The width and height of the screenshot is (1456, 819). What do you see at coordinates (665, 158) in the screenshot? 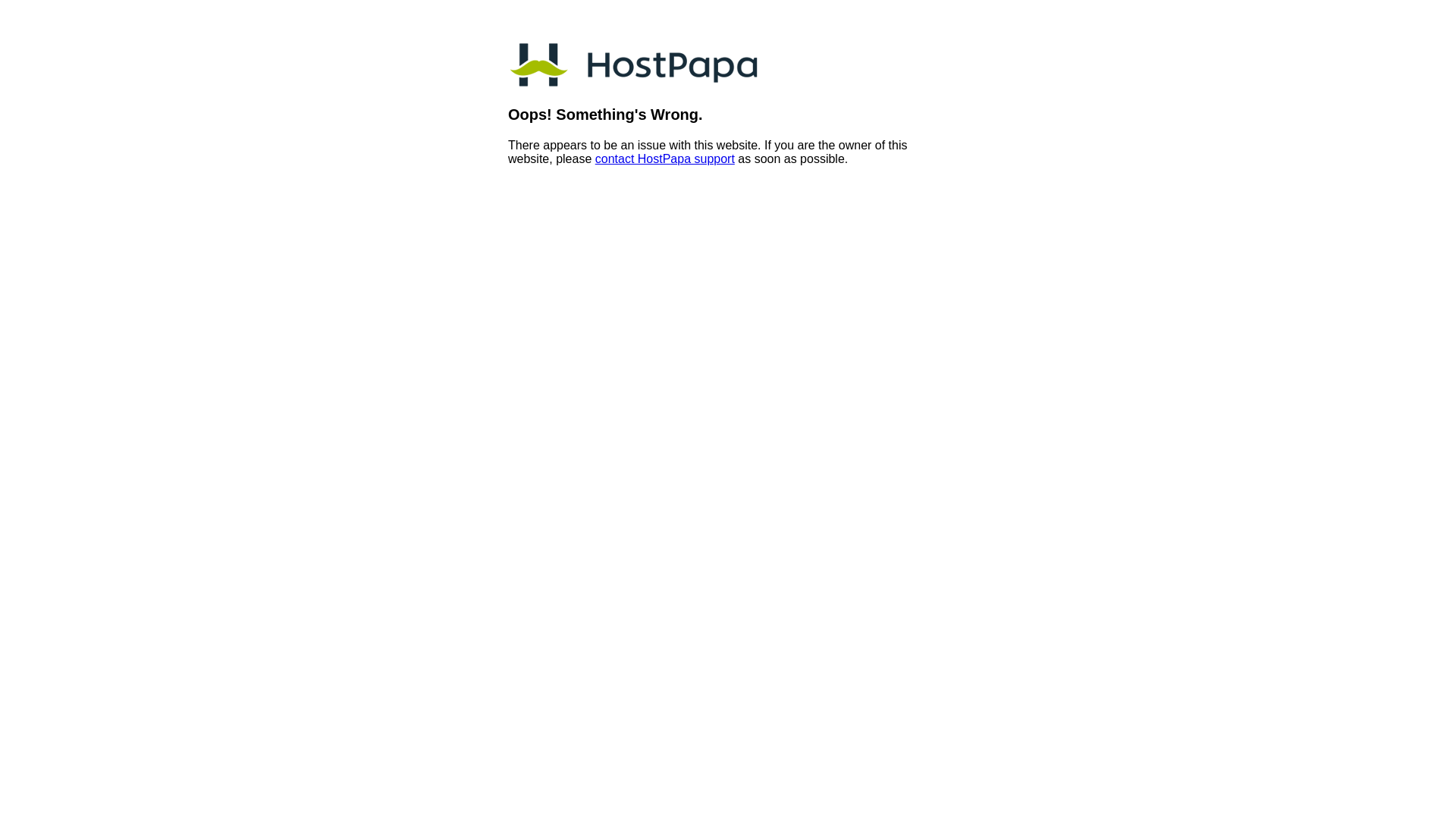
I see `'contact HostPapa support'` at bounding box center [665, 158].